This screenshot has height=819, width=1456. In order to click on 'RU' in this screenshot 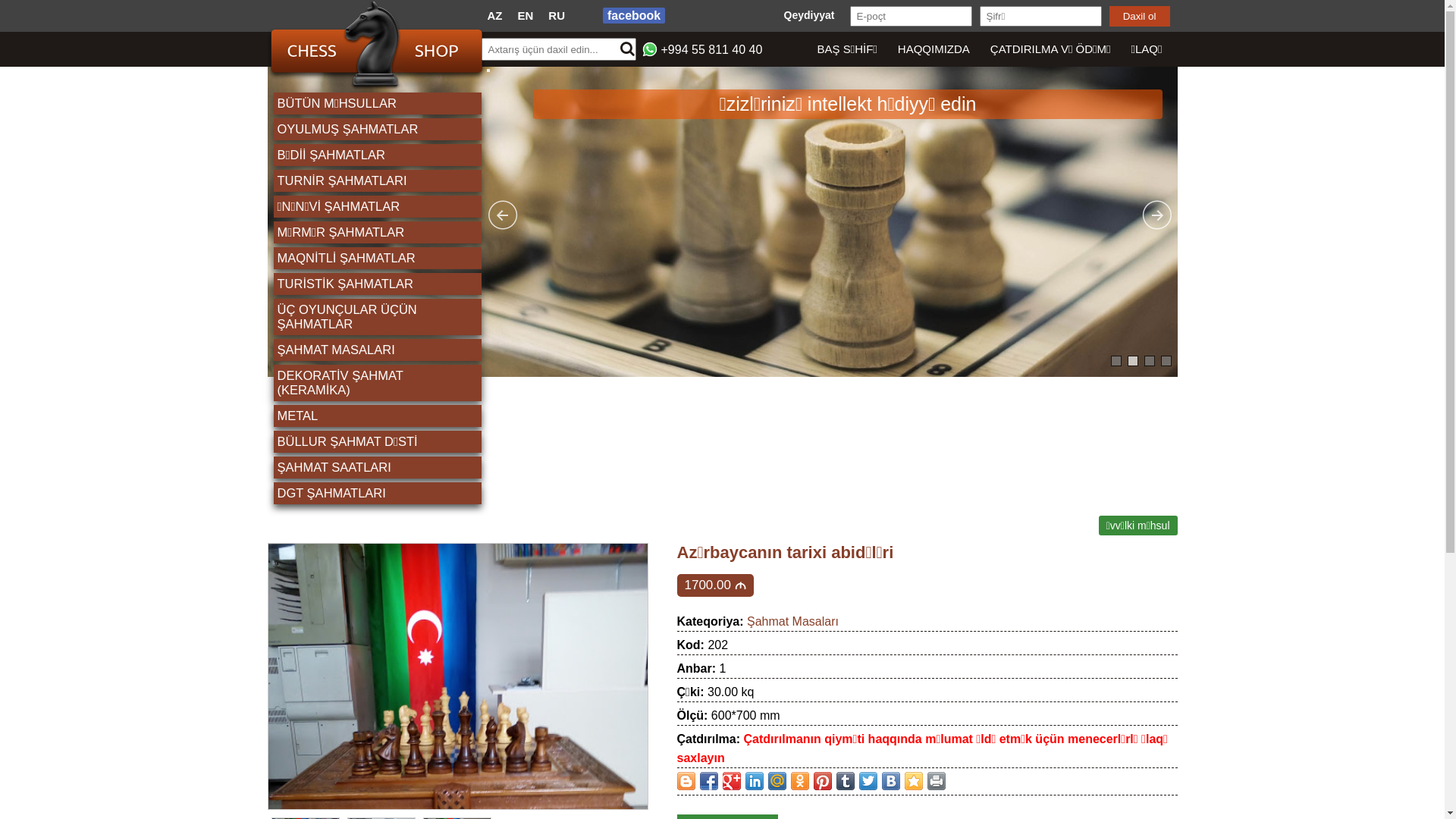, I will do `click(548, 15)`.